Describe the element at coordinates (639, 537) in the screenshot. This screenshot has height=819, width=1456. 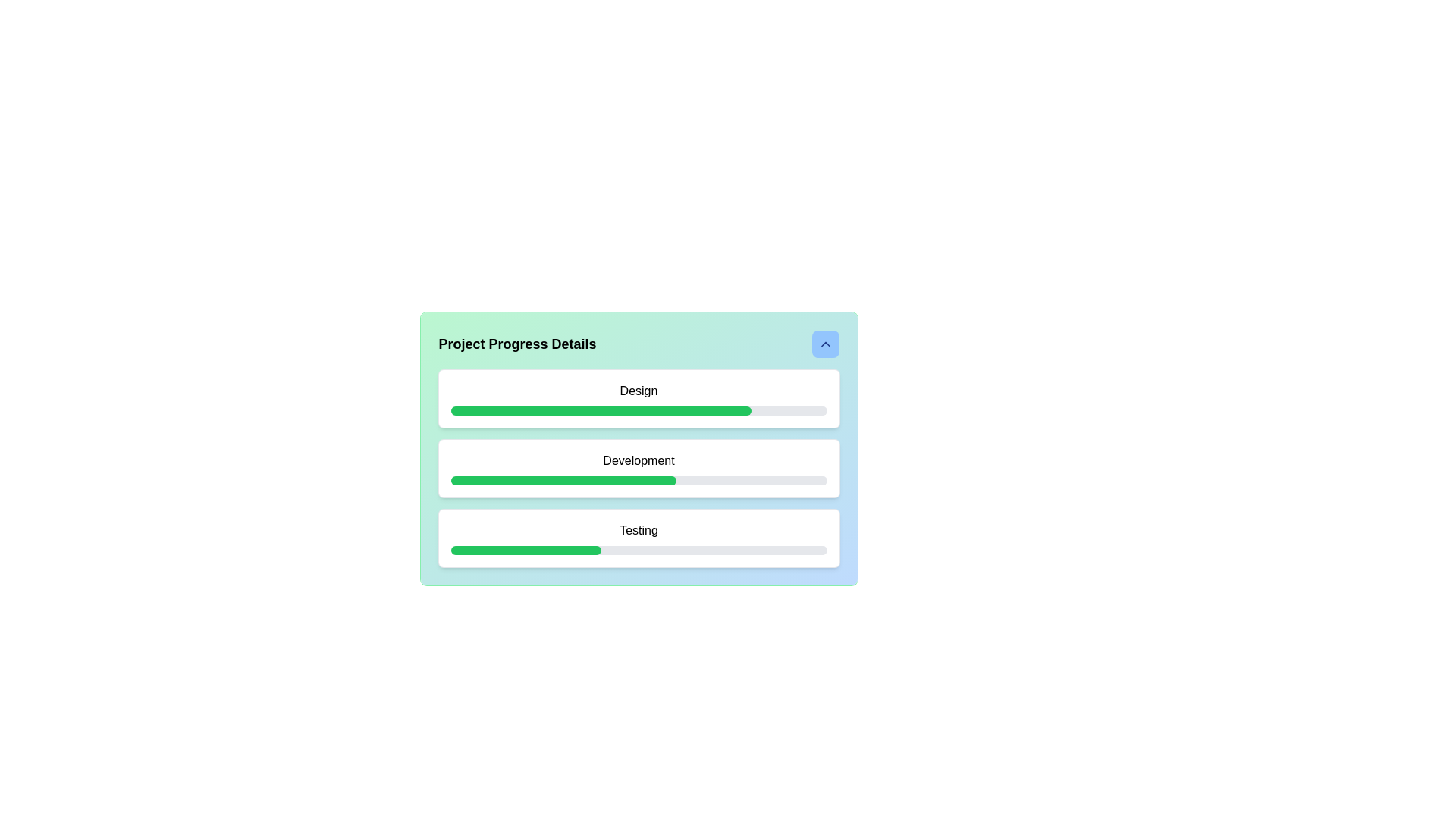
I see `the Progress bar card labeled 'Testing' at the bottom of the stack, which has a white background and shows 40% progress` at that location.